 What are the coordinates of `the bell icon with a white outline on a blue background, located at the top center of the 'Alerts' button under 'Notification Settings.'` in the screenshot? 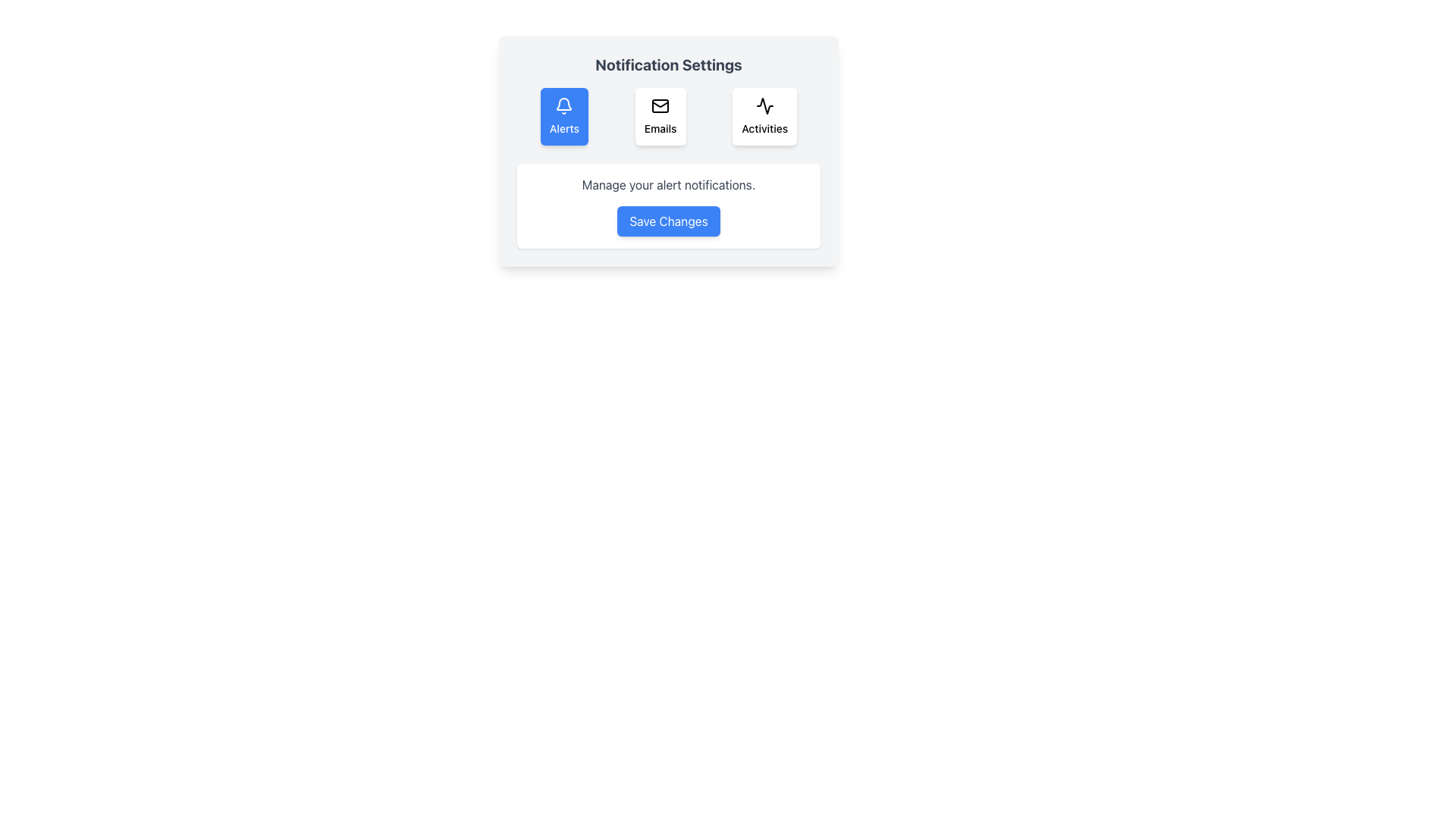 It's located at (563, 105).